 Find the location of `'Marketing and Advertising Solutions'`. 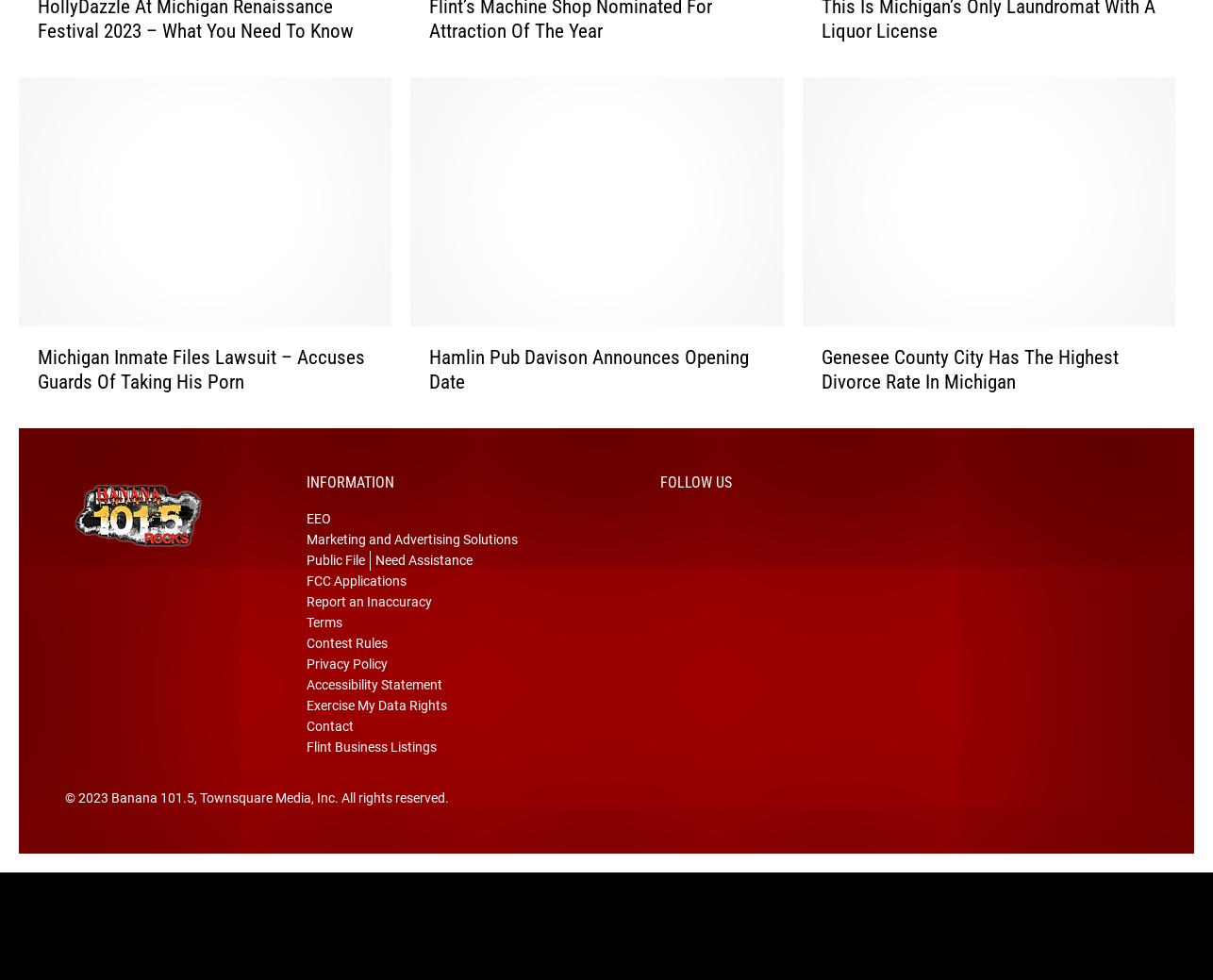

'Marketing and Advertising Solutions' is located at coordinates (410, 564).